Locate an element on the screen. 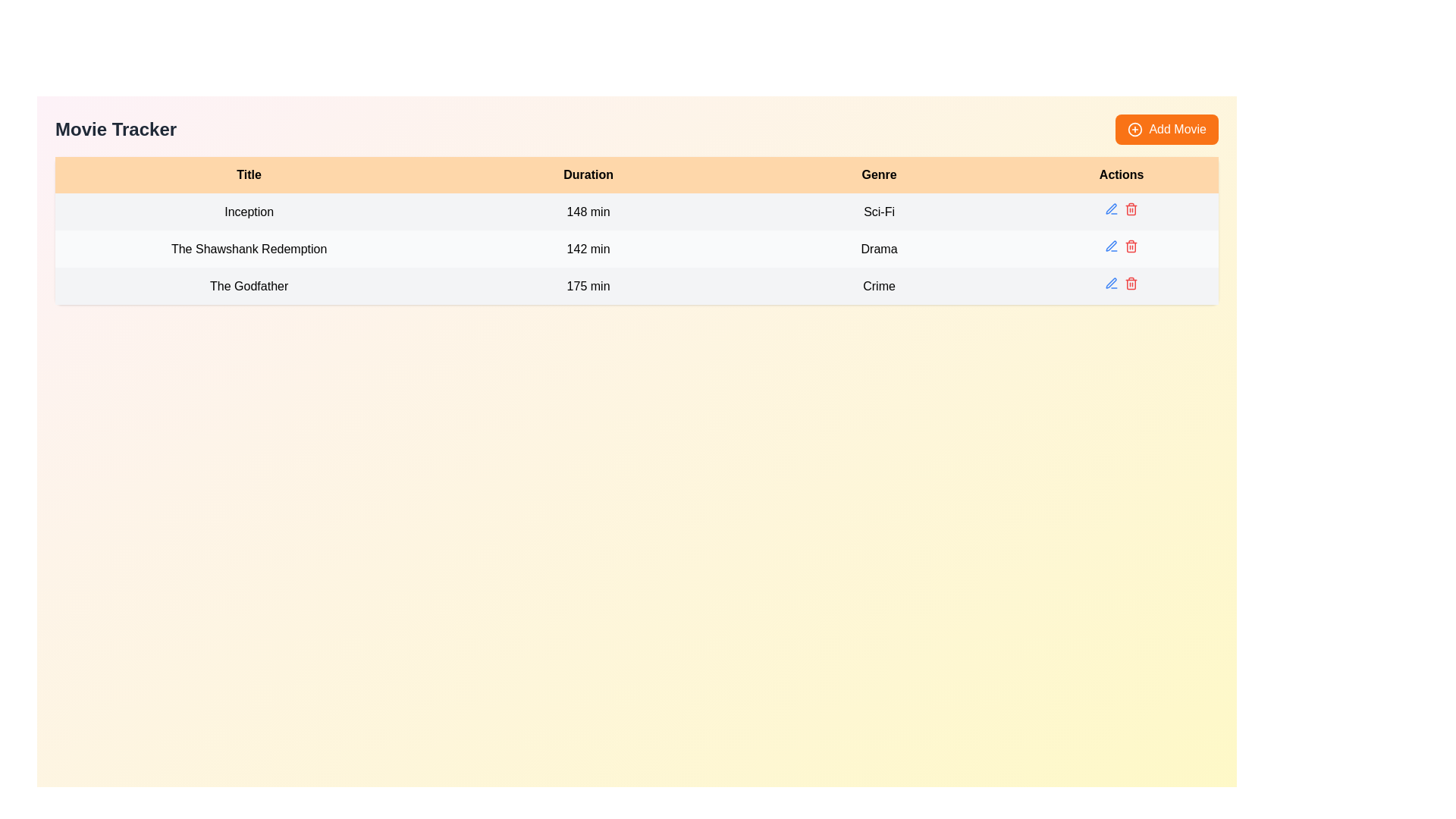  the blue pen-shaped icon in the 'Actions' column of the first row corresponding to the movie 'Inception' is located at coordinates (1112, 209).